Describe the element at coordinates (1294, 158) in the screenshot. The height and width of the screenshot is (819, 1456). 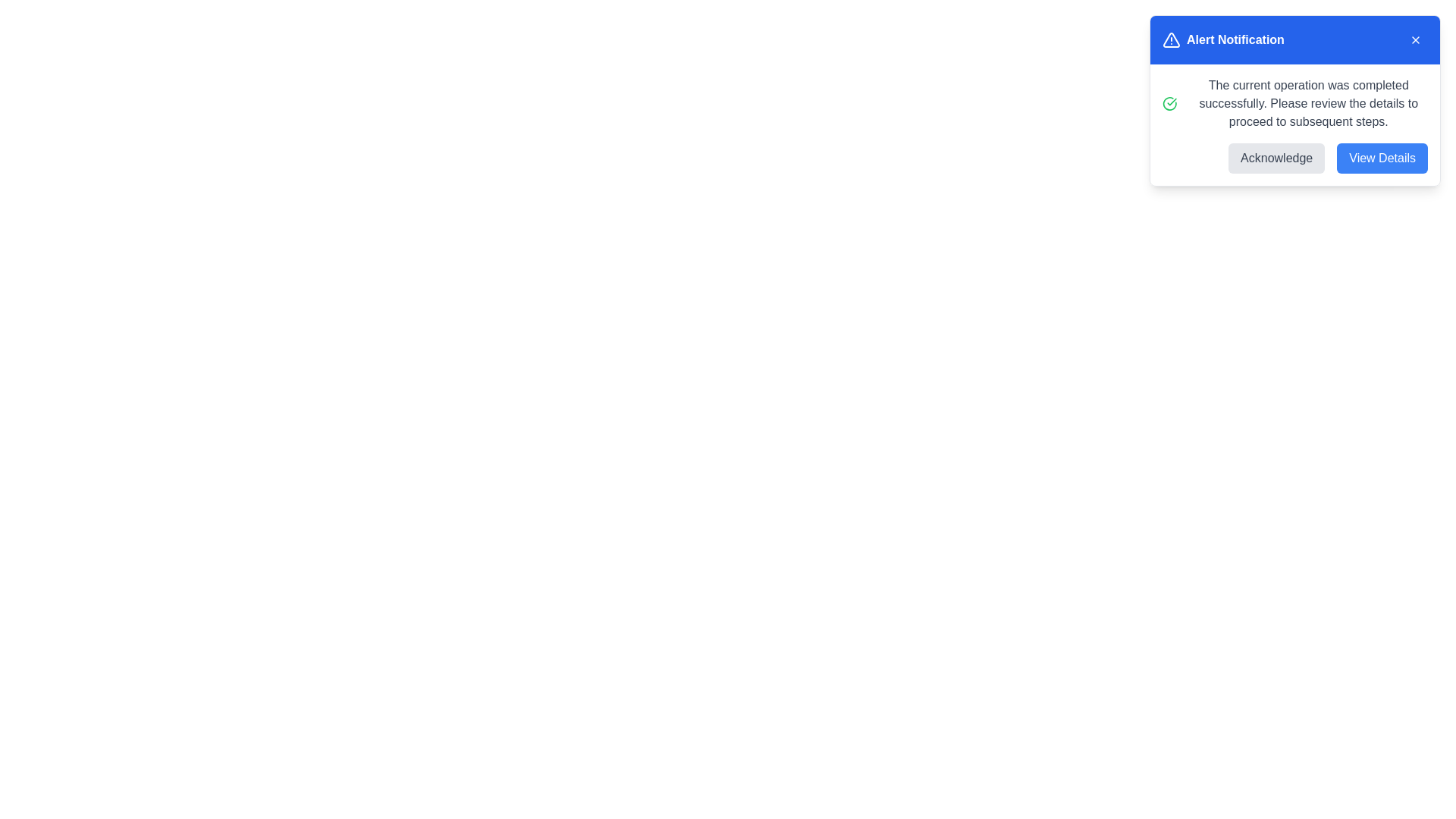
I see `the group of buttons located at the bottom-right of the alert notification panel` at that location.